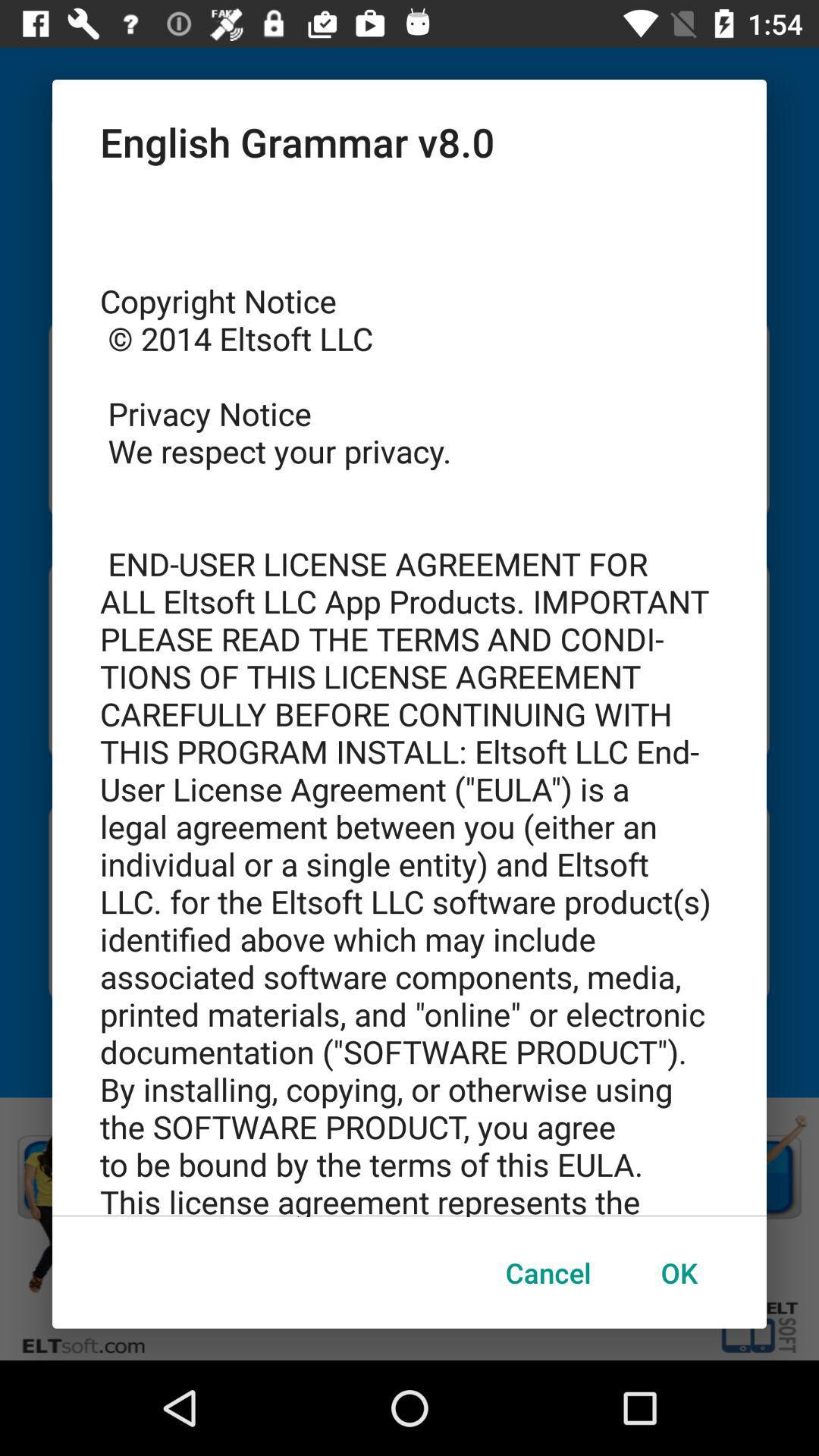  Describe the element at coordinates (548, 1272) in the screenshot. I see `app below the copyright notice 2014 icon` at that location.